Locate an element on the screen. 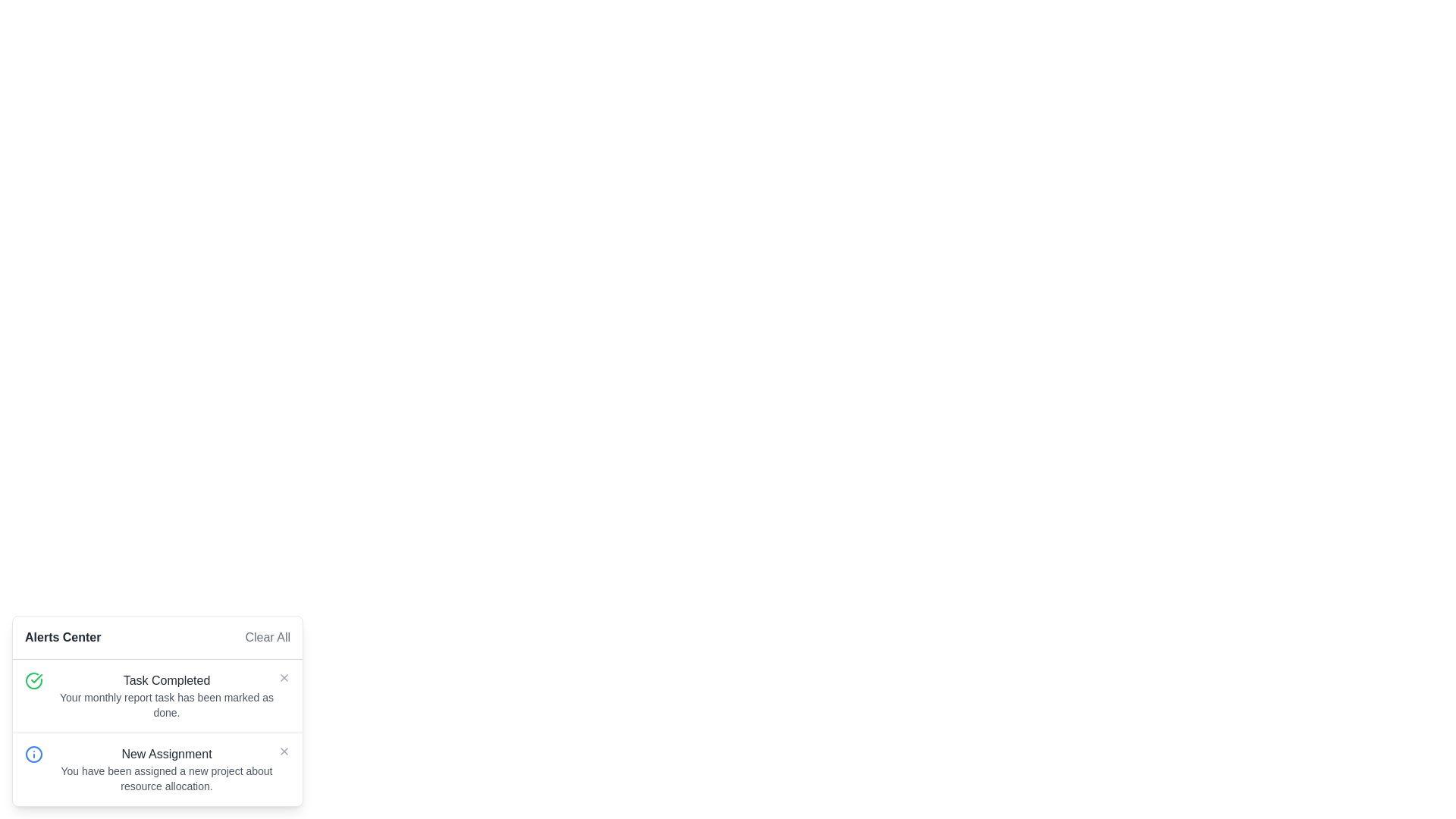 The image size is (1456, 819). the close button of the 'Task Completed' notification to observe the hover effect is located at coordinates (284, 677).